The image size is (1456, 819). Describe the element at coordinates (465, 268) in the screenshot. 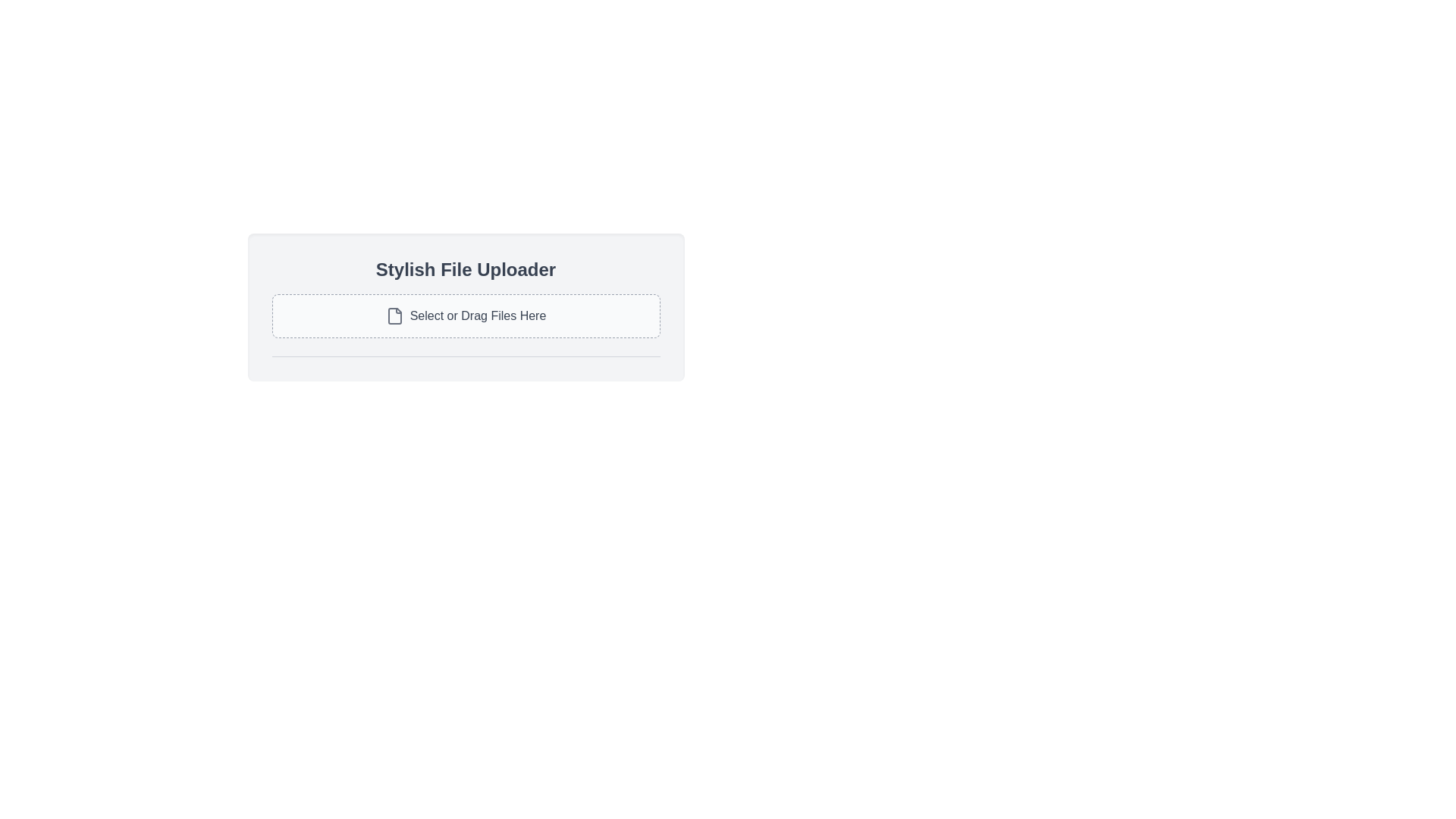

I see `the static text header that identifies the purpose of the section related to file uploading` at that location.